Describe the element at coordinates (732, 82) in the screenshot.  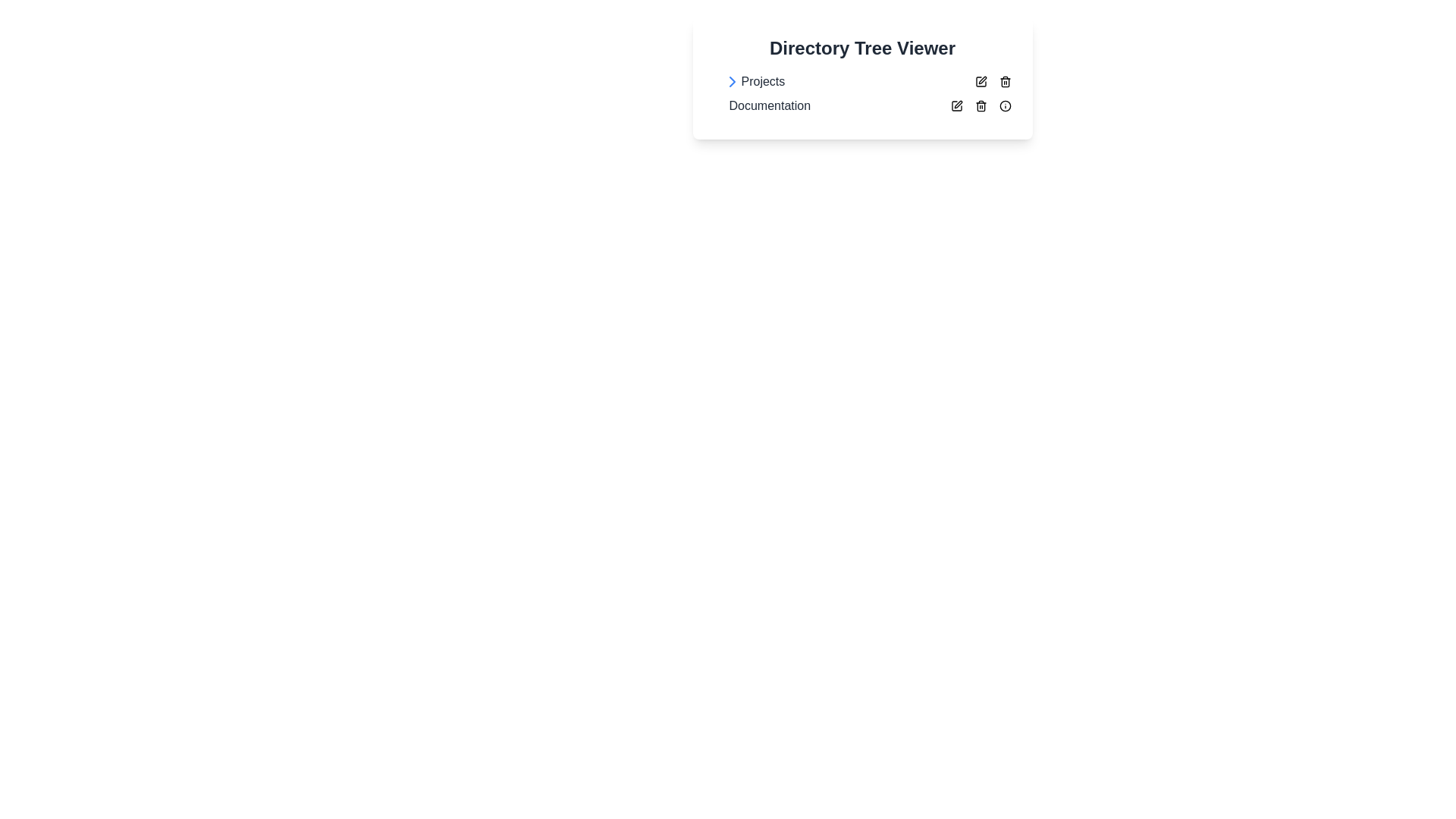
I see `the blue chevron arrow icon located in the top-right corner of the 'Directory Tree Viewer' card` at that location.